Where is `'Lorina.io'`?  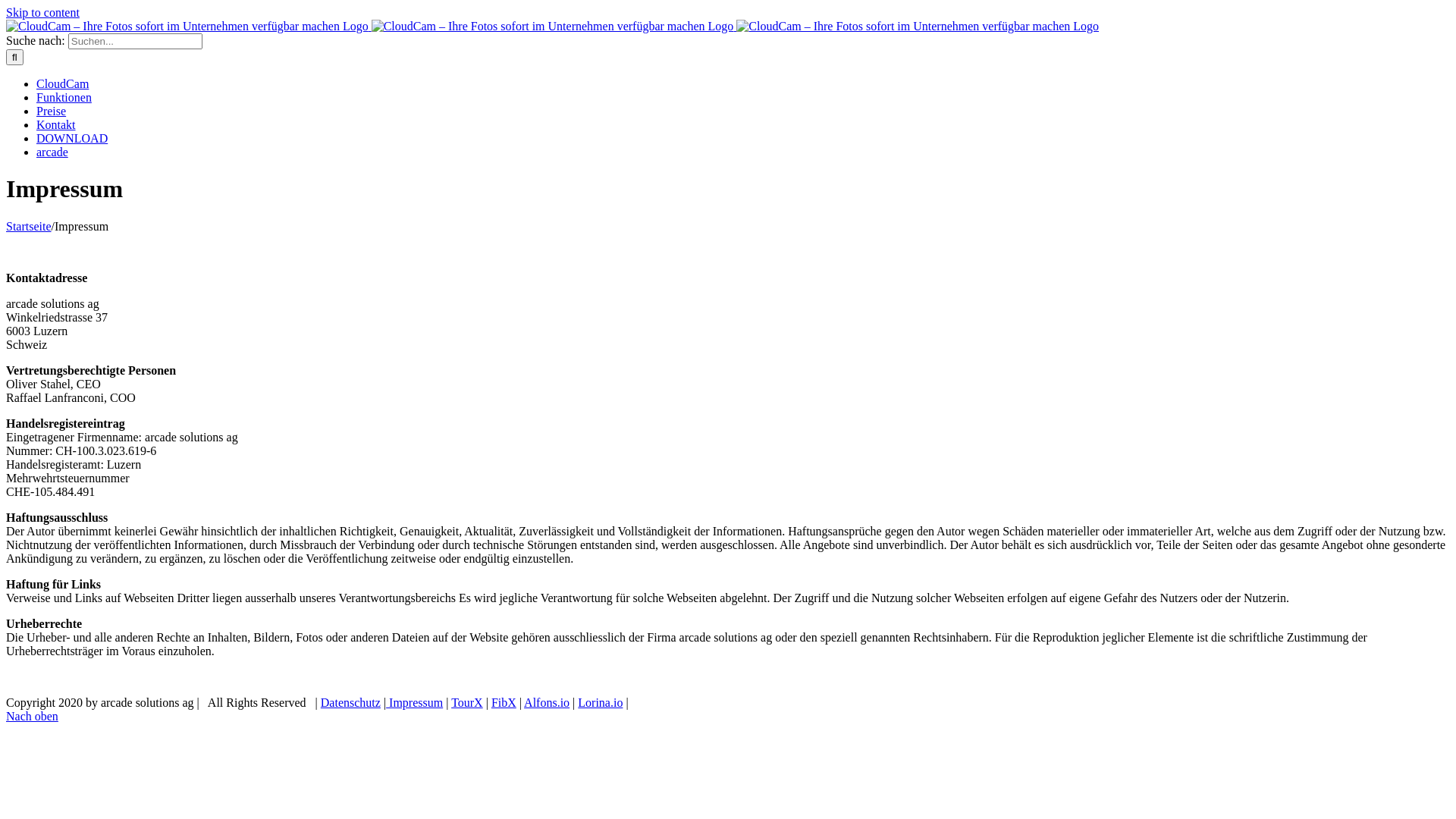
'Lorina.io' is located at coordinates (599, 702).